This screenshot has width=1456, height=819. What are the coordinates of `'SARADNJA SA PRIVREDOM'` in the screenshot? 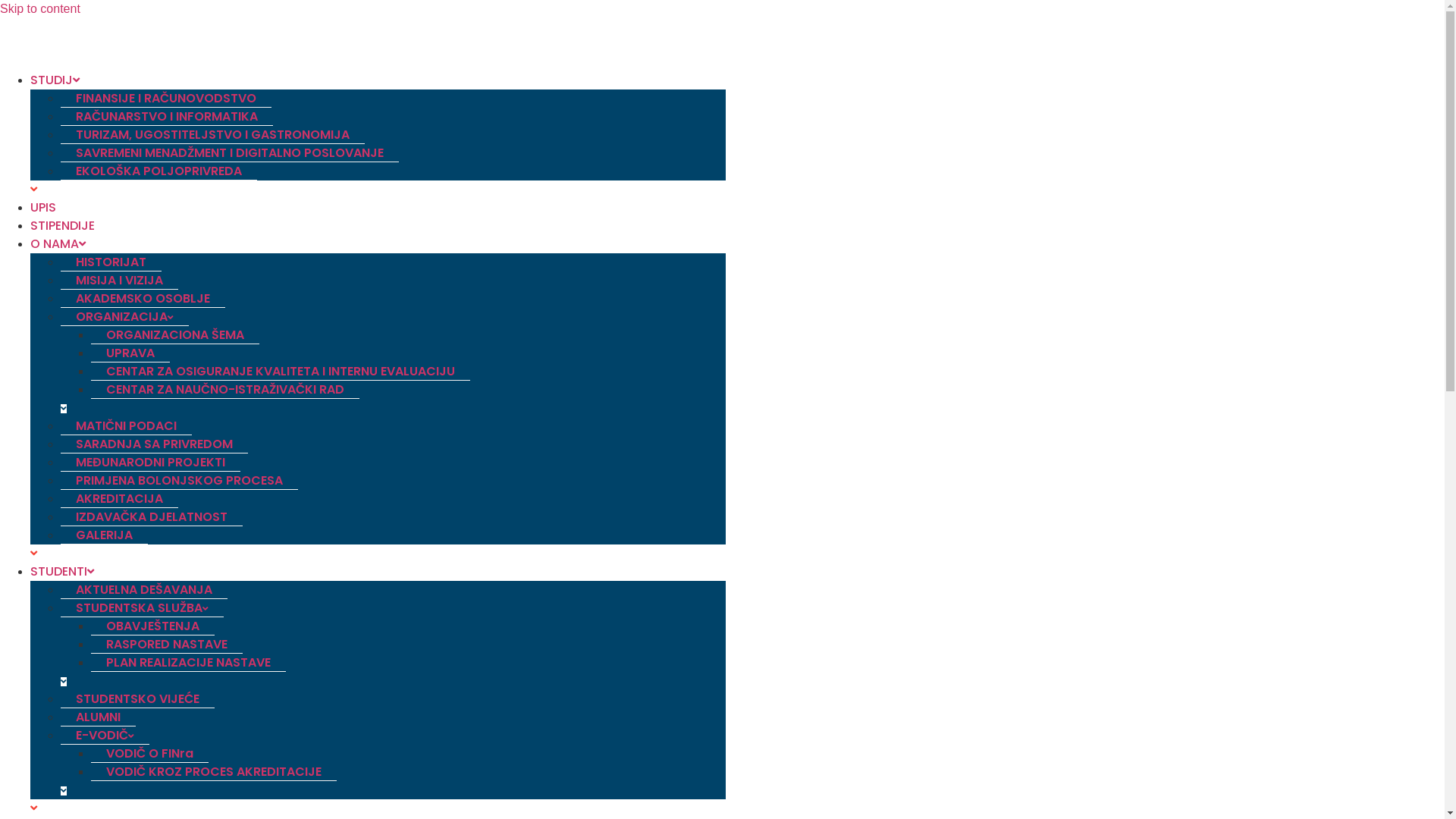 It's located at (154, 444).